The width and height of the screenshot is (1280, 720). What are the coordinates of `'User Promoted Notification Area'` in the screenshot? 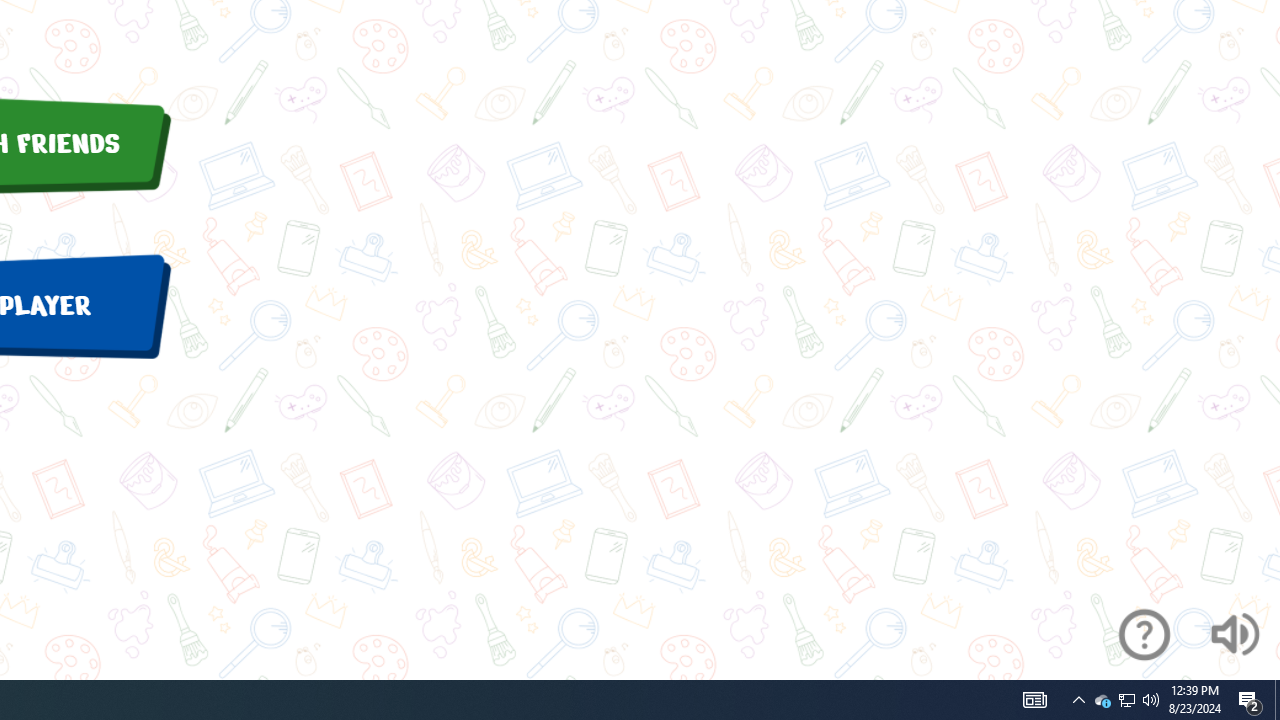 It's located at (1127, 698).